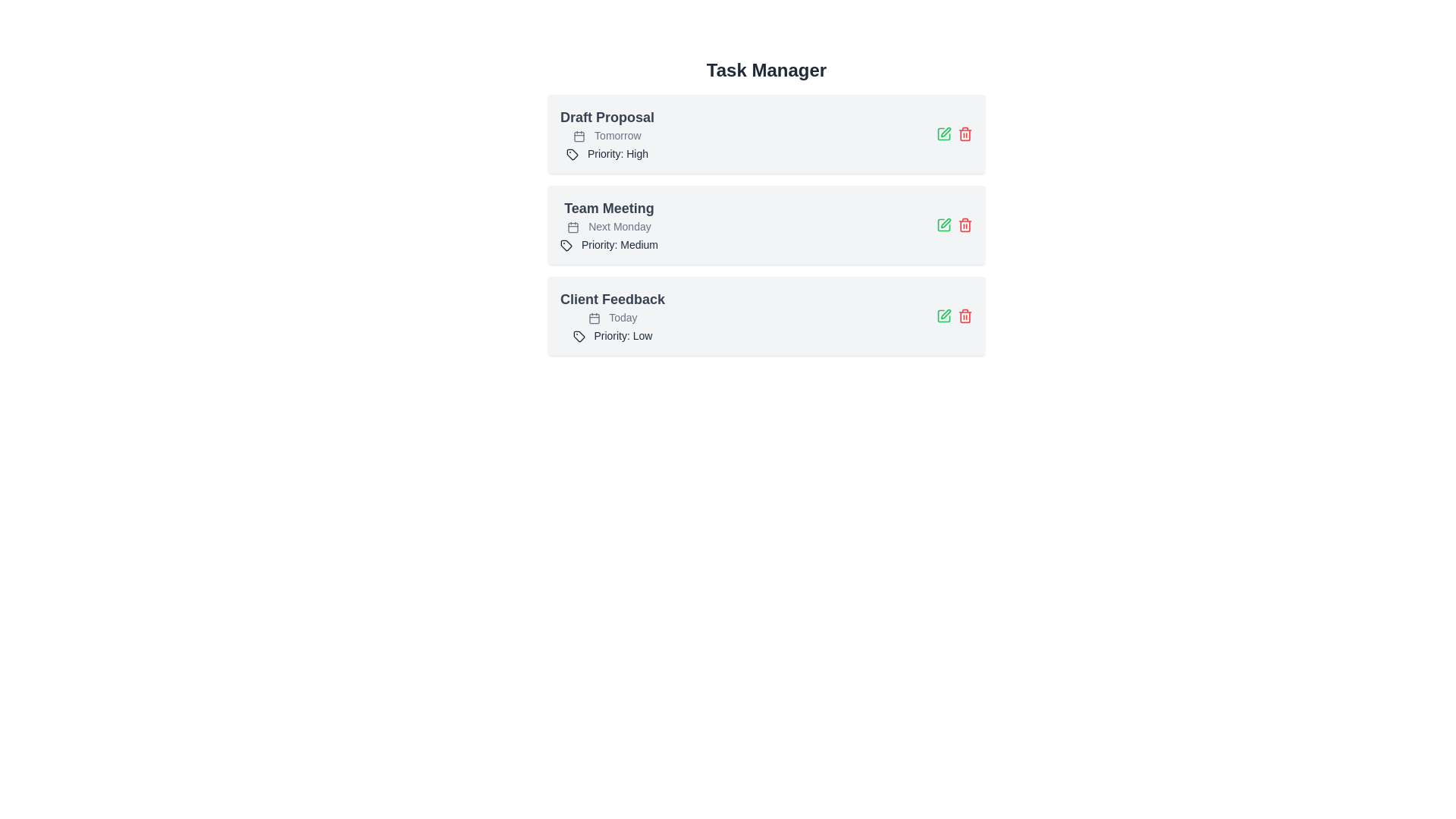 This screenshot has width=1456, height=819. What do you see at coordinates (943, 315) in the screenshot?
I see `the SVG graphical component that is part of the edit icon for the 'Client Feedback' task, located towards the right end of the task entry row` at bounding box center [943, 315].